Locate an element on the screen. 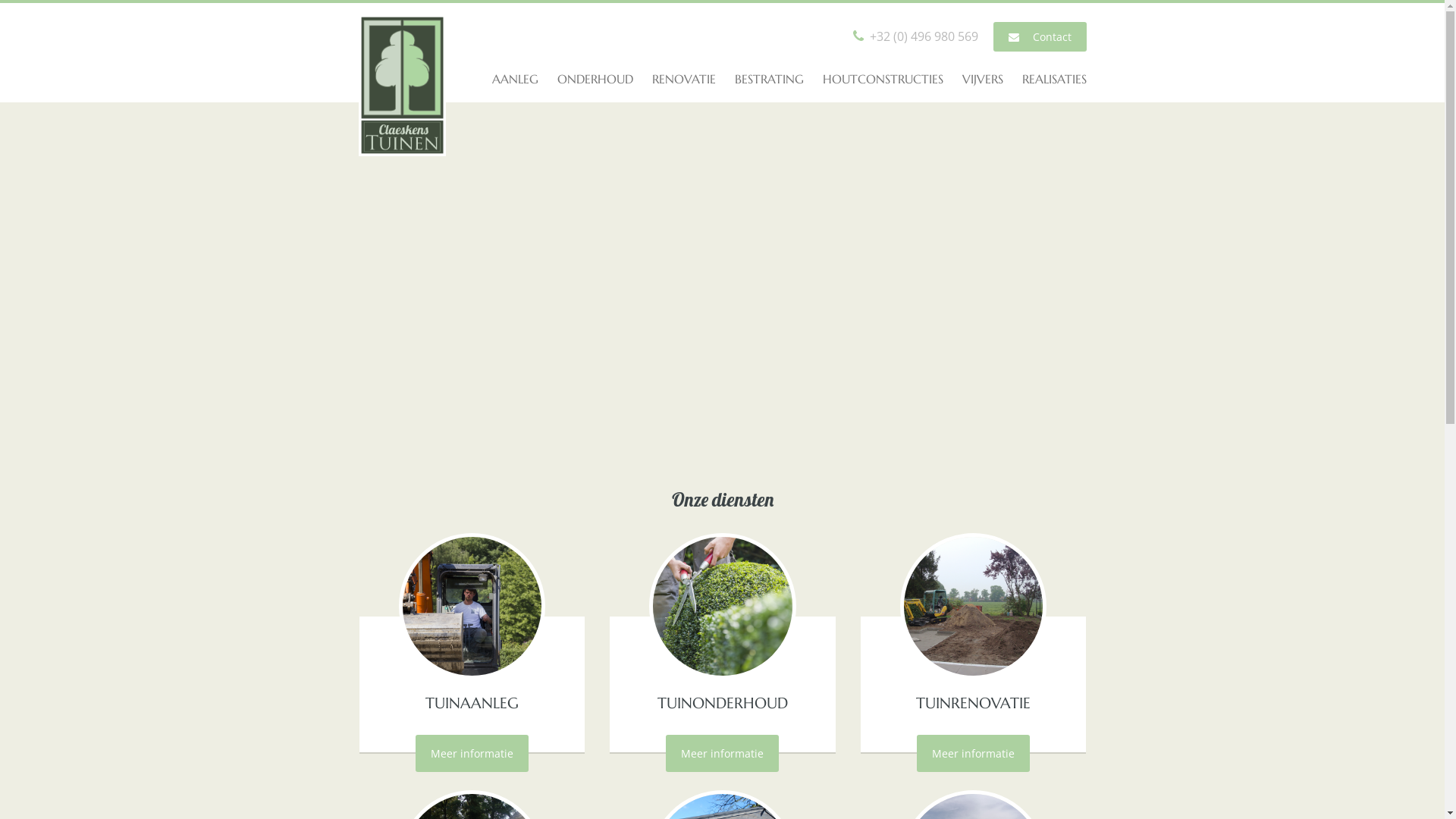  'BESTRATING' is located at coordinates (768, 79).